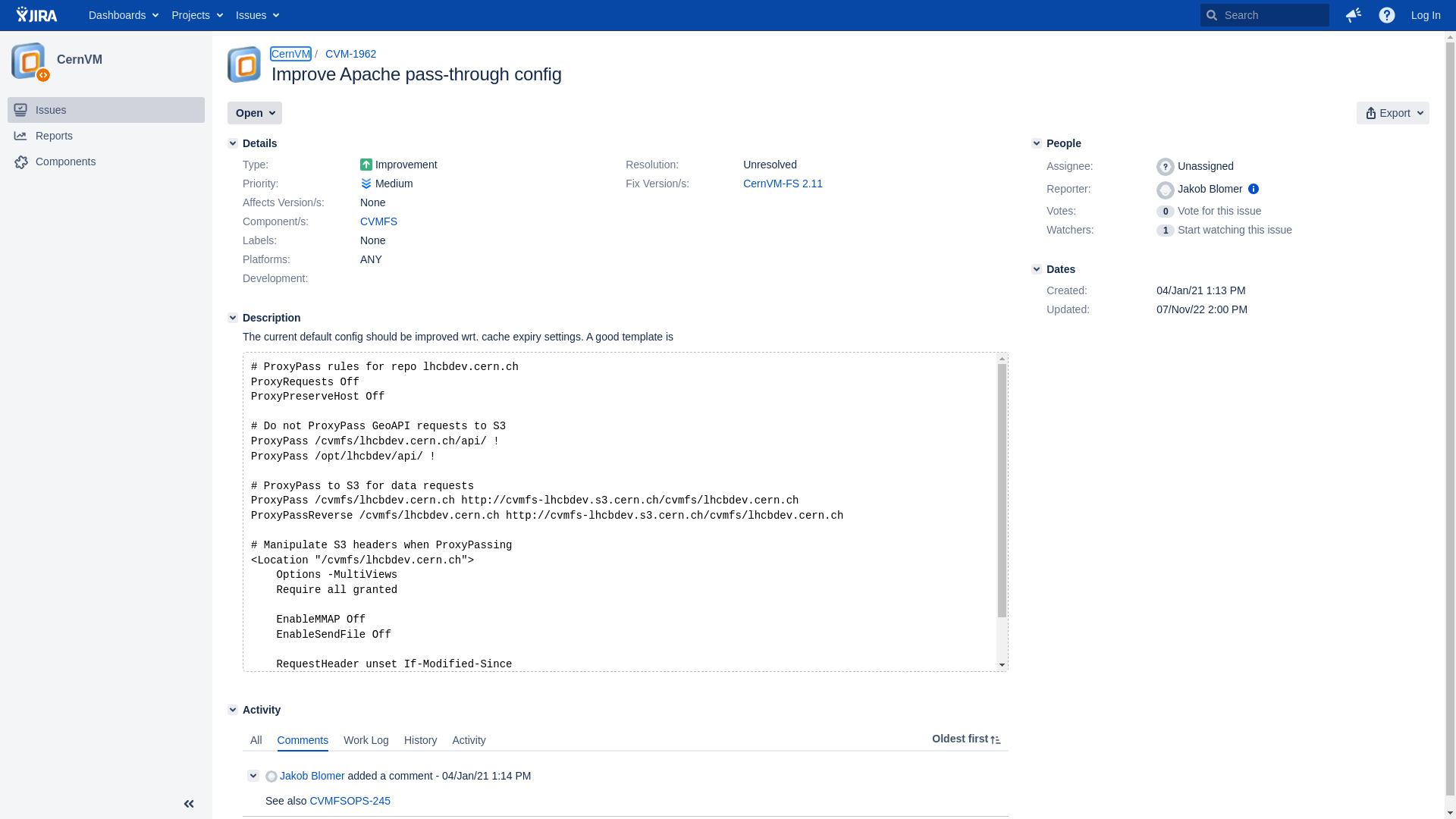 This screenshot has height=819, width=1456. What do you see at coordinates (123, 14) in the screenshot?
I see `'Dashboards'` at bounding box center [123, 14].